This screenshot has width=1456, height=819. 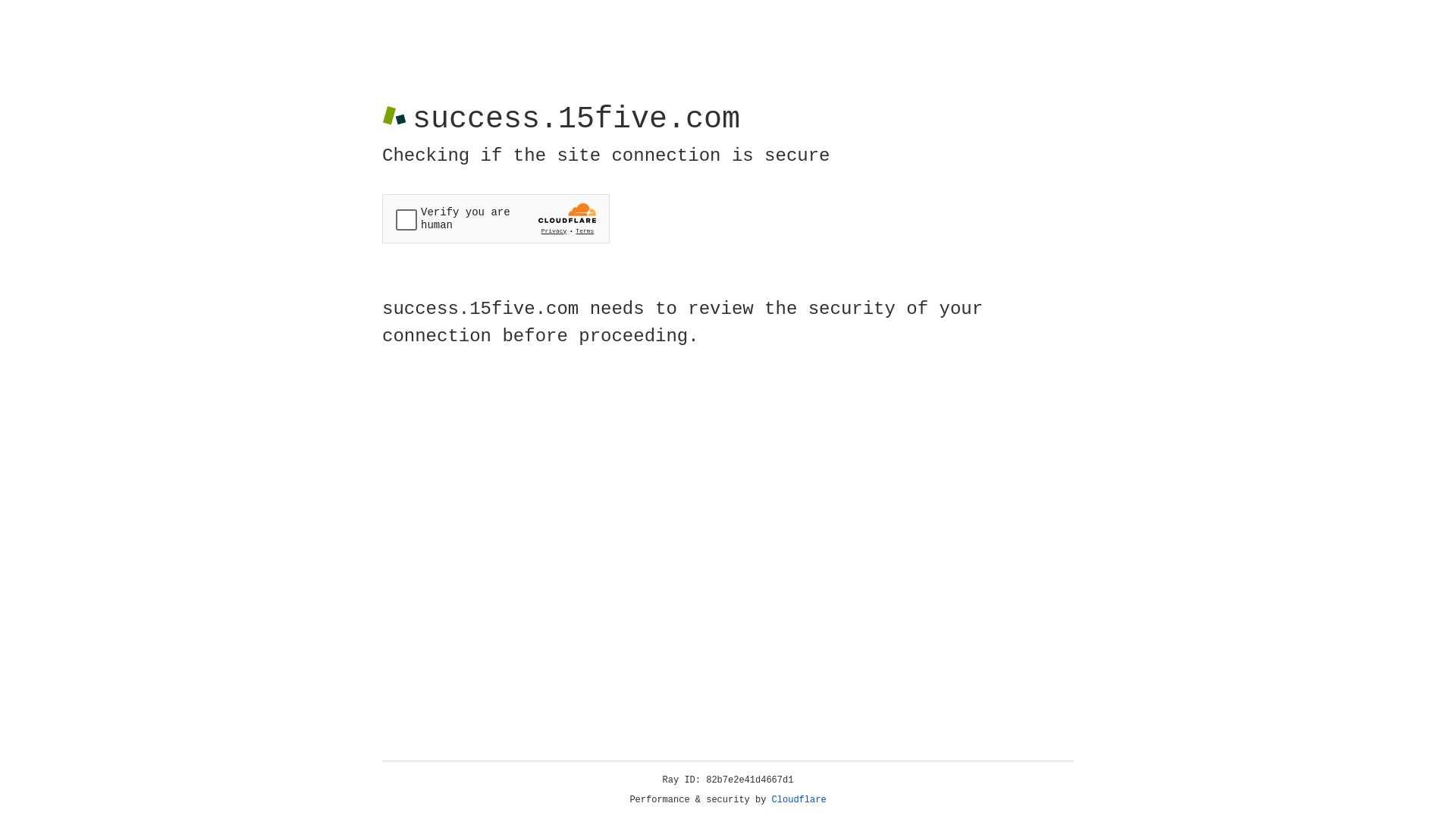 I want to click on 'Widget containing a Cloudflare security challenge', so click(x=495, y=218).